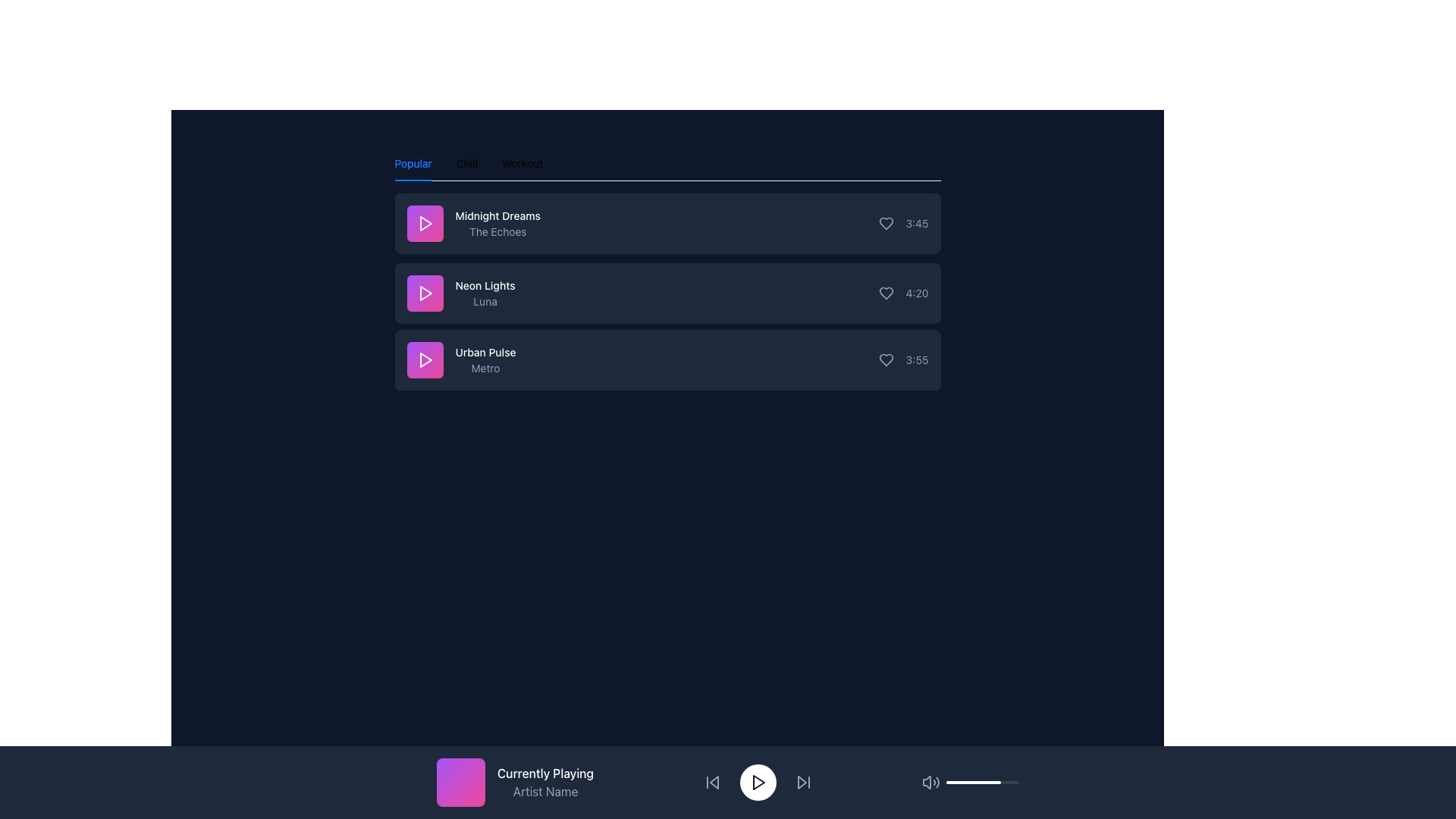 The height and width of the screenshot is (819, 1456). Describe the element at coordinates (801, 783) in the screenshot. I see `the small triangular fast-forward button icon located to the right of the play button in the media control section` at that location.